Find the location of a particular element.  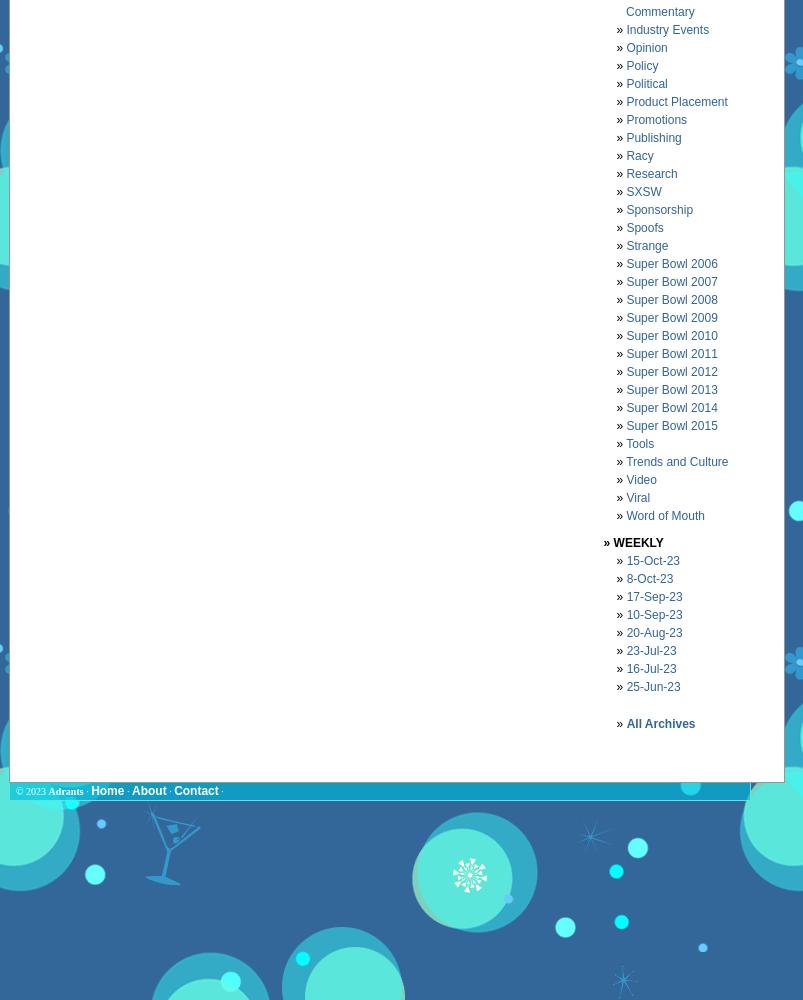

'10-Sep-23' is located at coordinates (653, 613).